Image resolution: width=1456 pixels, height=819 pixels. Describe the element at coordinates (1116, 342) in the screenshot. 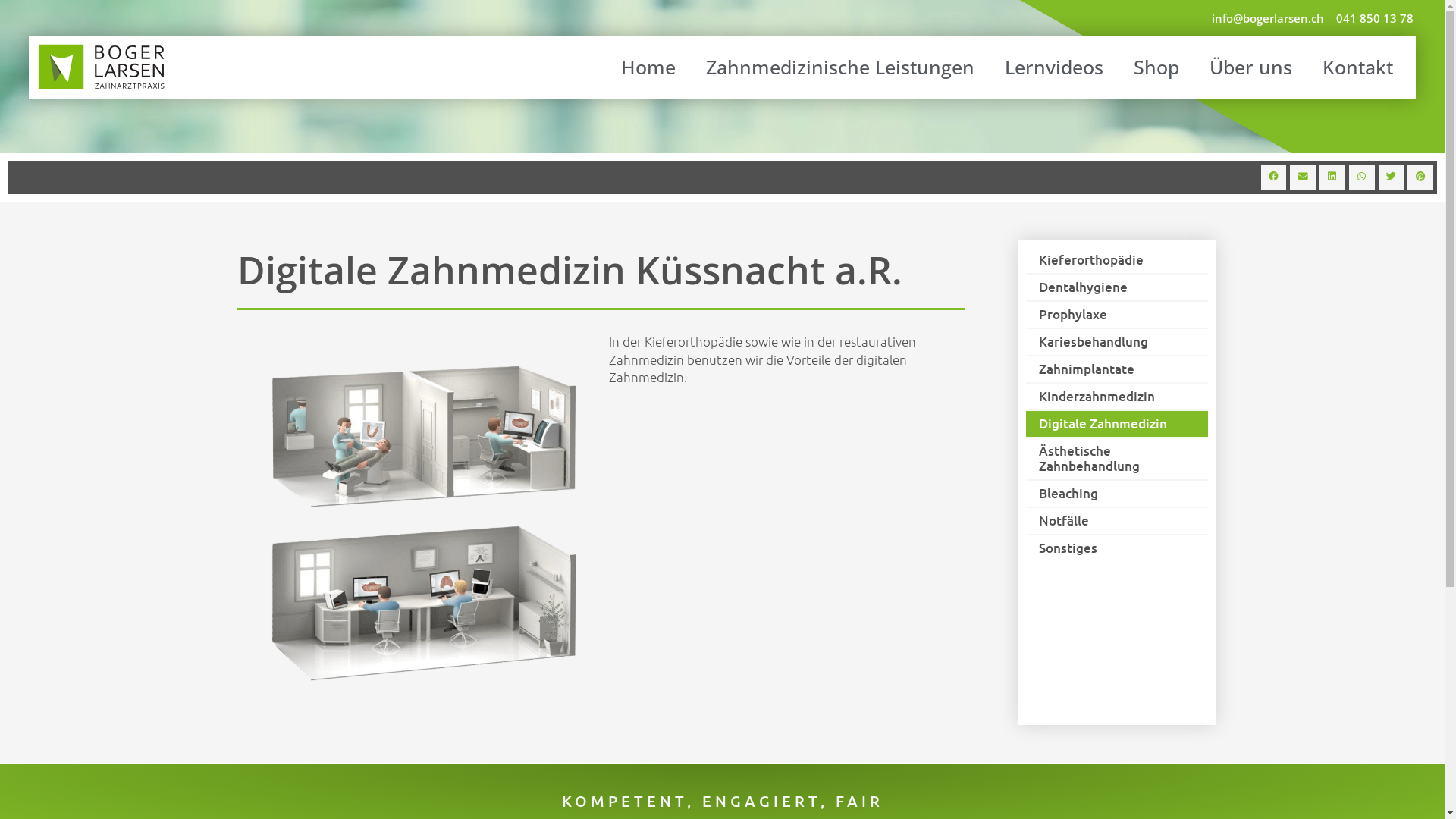

I see `'Kariesbehandlung'` at that location.